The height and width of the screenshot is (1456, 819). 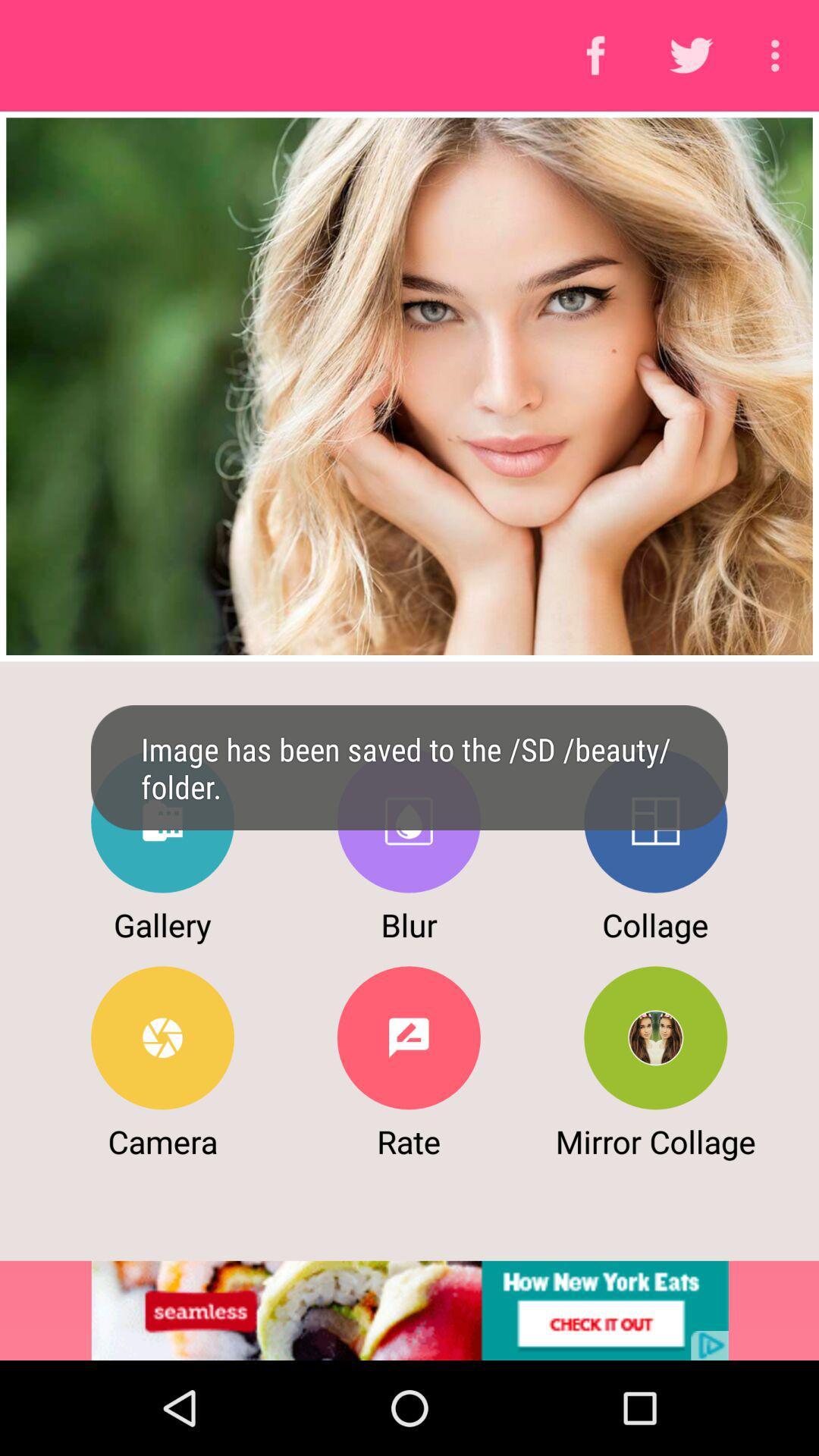 What do you see at coordinates (408, 1037) in the screenshot?
I see `rating` at bounding box center [408, 1037].